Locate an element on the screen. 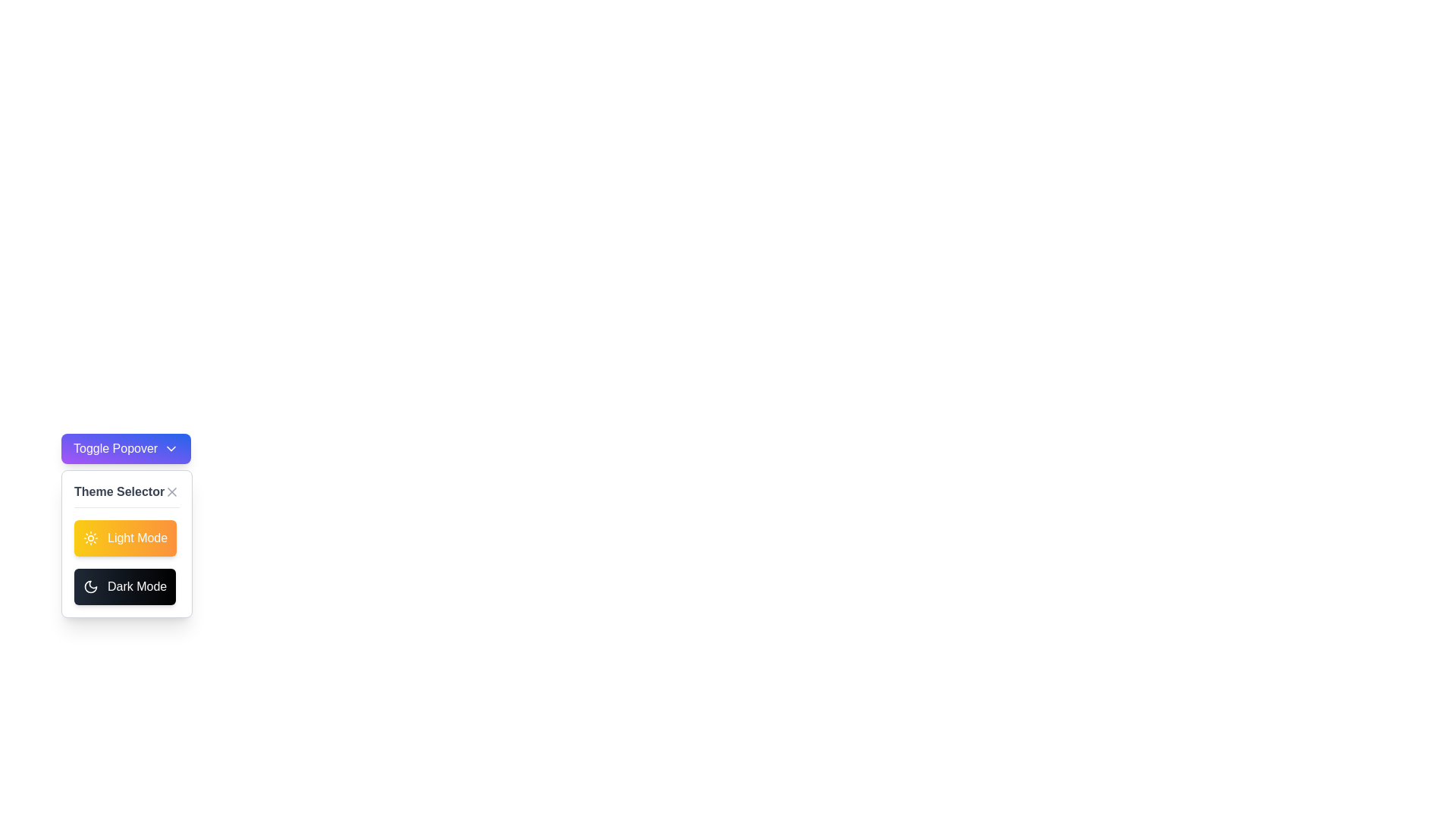  the visual change of the sun icon, which is styled with round edges and radiant lines, during interaction with the 'Light Mode' button located to its right is located at coordinates (90, 537).